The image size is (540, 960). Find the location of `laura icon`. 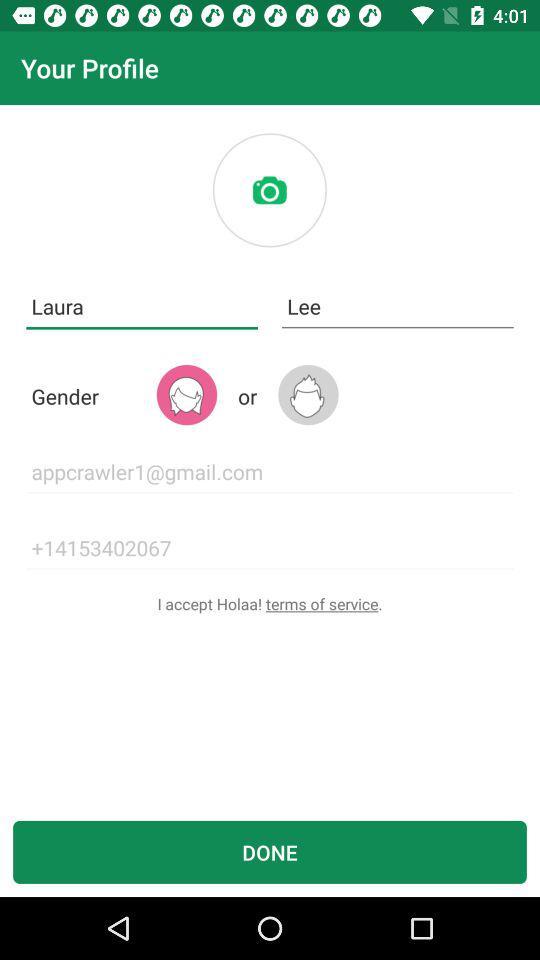

laura icon is located at coordinates (141, 307).